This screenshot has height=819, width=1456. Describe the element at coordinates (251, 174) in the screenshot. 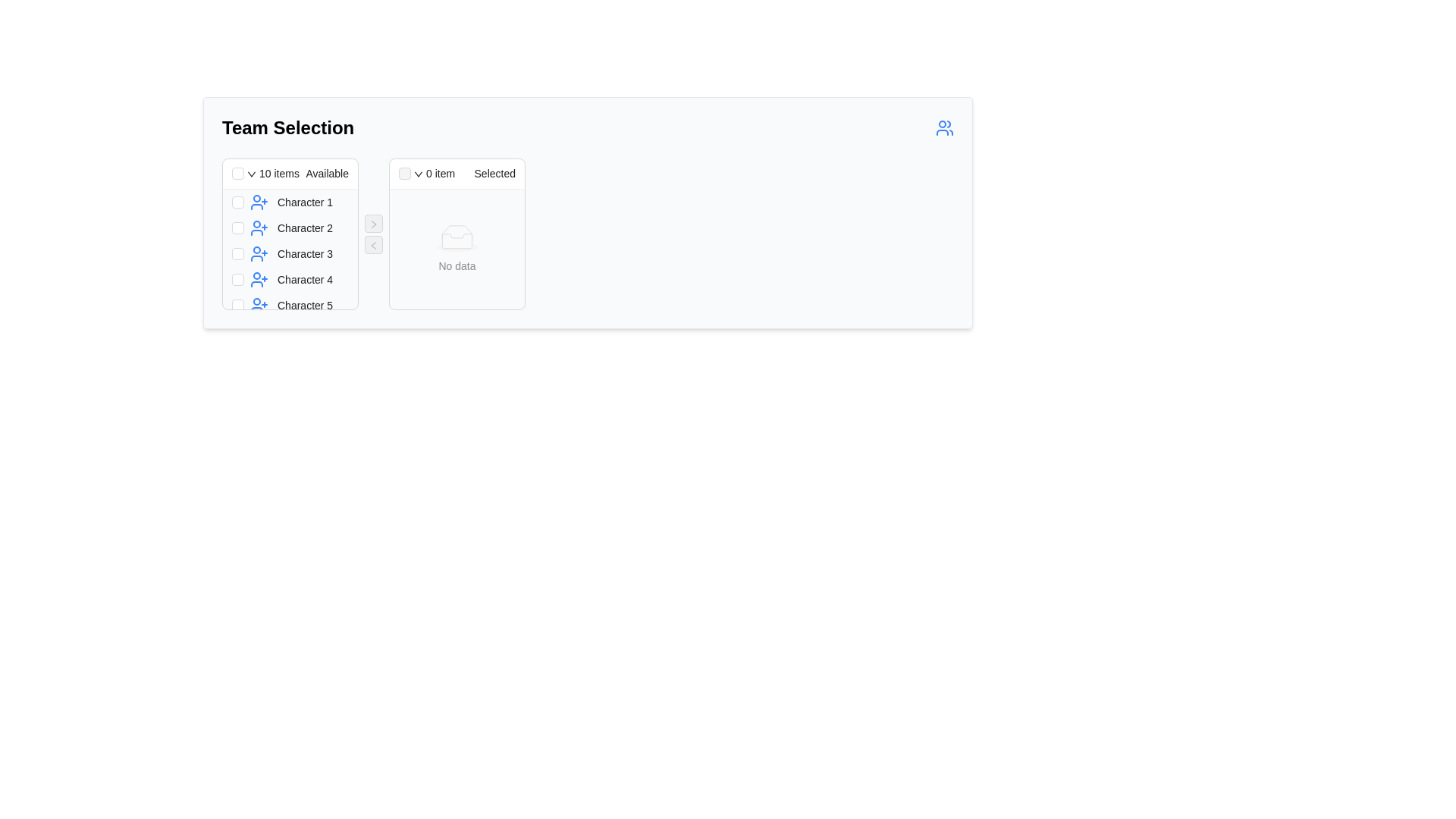

I see `the Dropdown trigger icon, which is a small downward-facing arrow located near the text '10 items Available'` at that location.